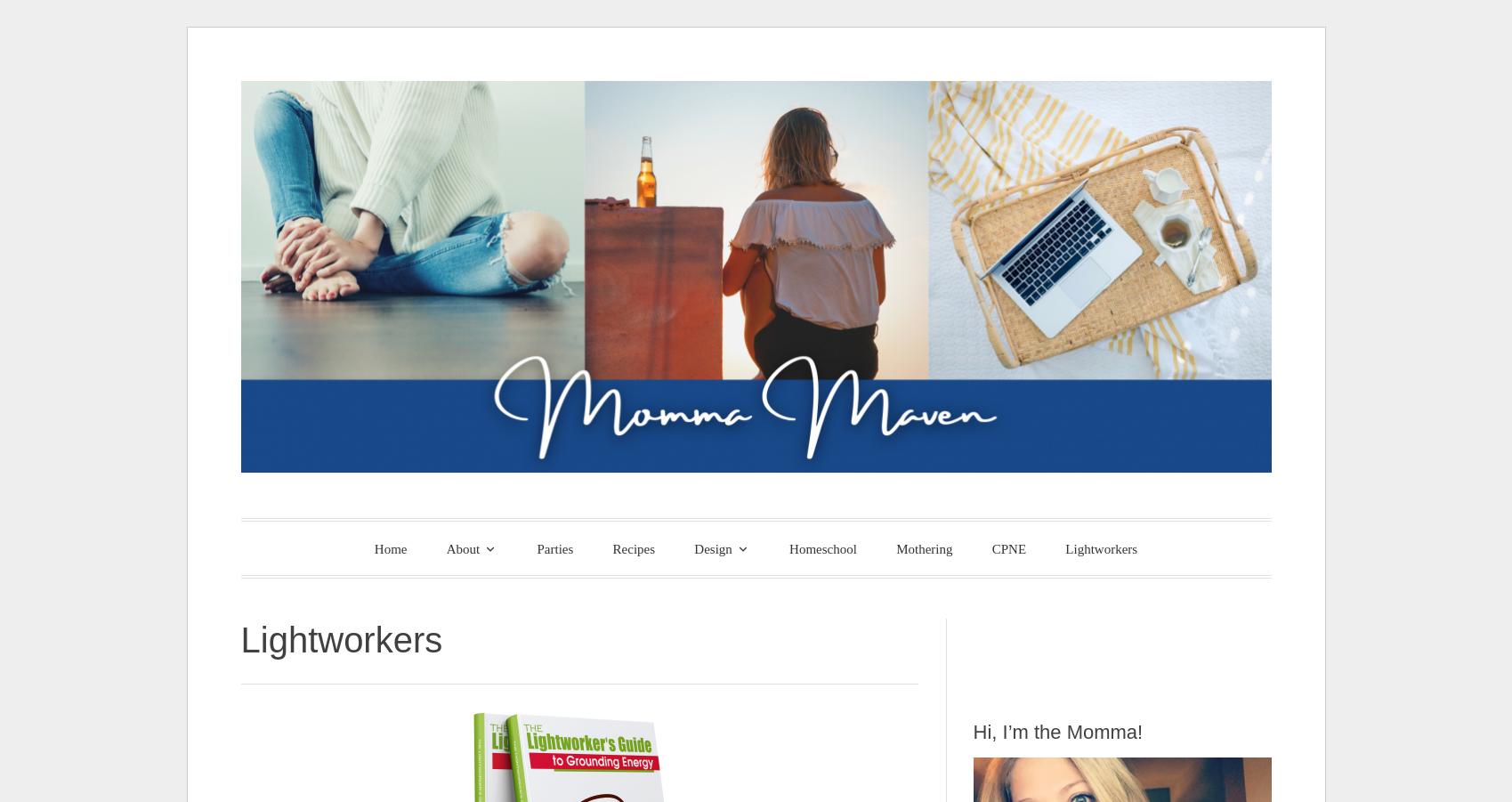 Image resolution: width=1512 pixels, height=802 pixels. Describe the element at coordinates (924, 547) in the screenshot. I see `'Mothering'` at that location.